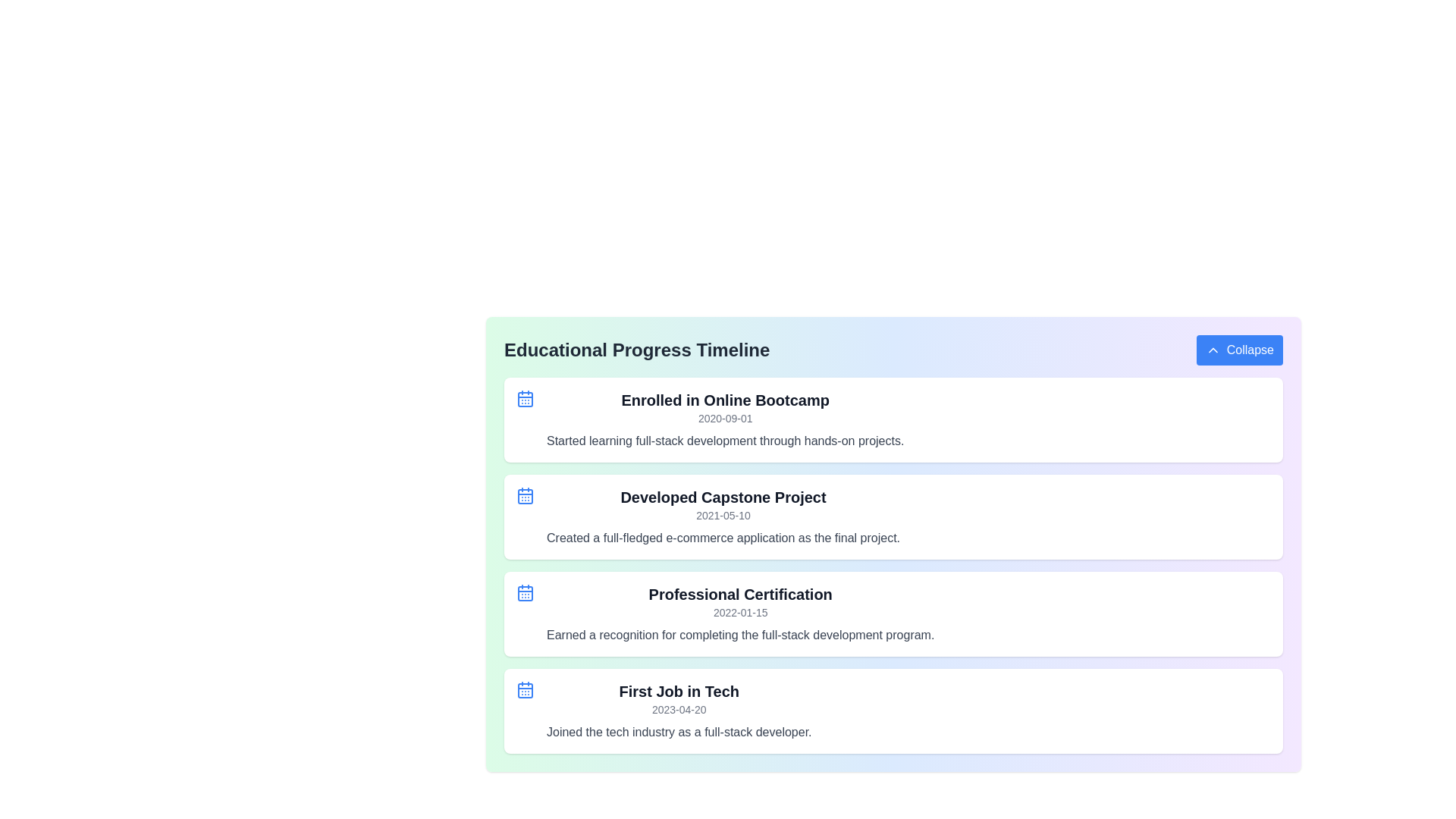 The height and width of the screenshot is (819, 1456). Describe the element at coordinates (893, 711) in the screenshot. I see `the informational card detailing the user's first job in the tech industry, located as the fourth item in the timeline view, to read its details` at that location.